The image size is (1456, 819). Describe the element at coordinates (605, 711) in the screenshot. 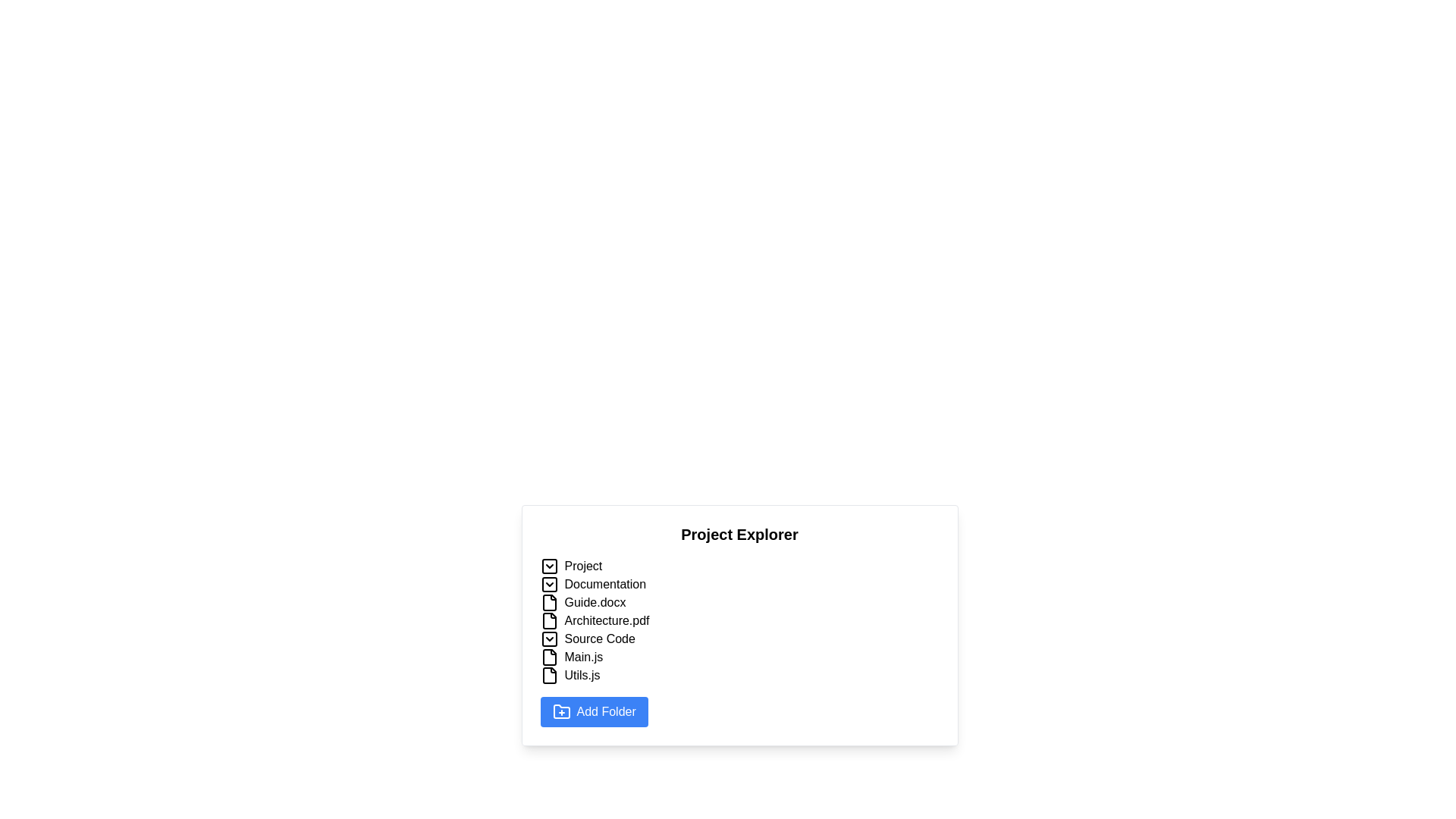

I see `the button labeled 'Add Folder' which contains the text label 'Add Folder'` at that location.